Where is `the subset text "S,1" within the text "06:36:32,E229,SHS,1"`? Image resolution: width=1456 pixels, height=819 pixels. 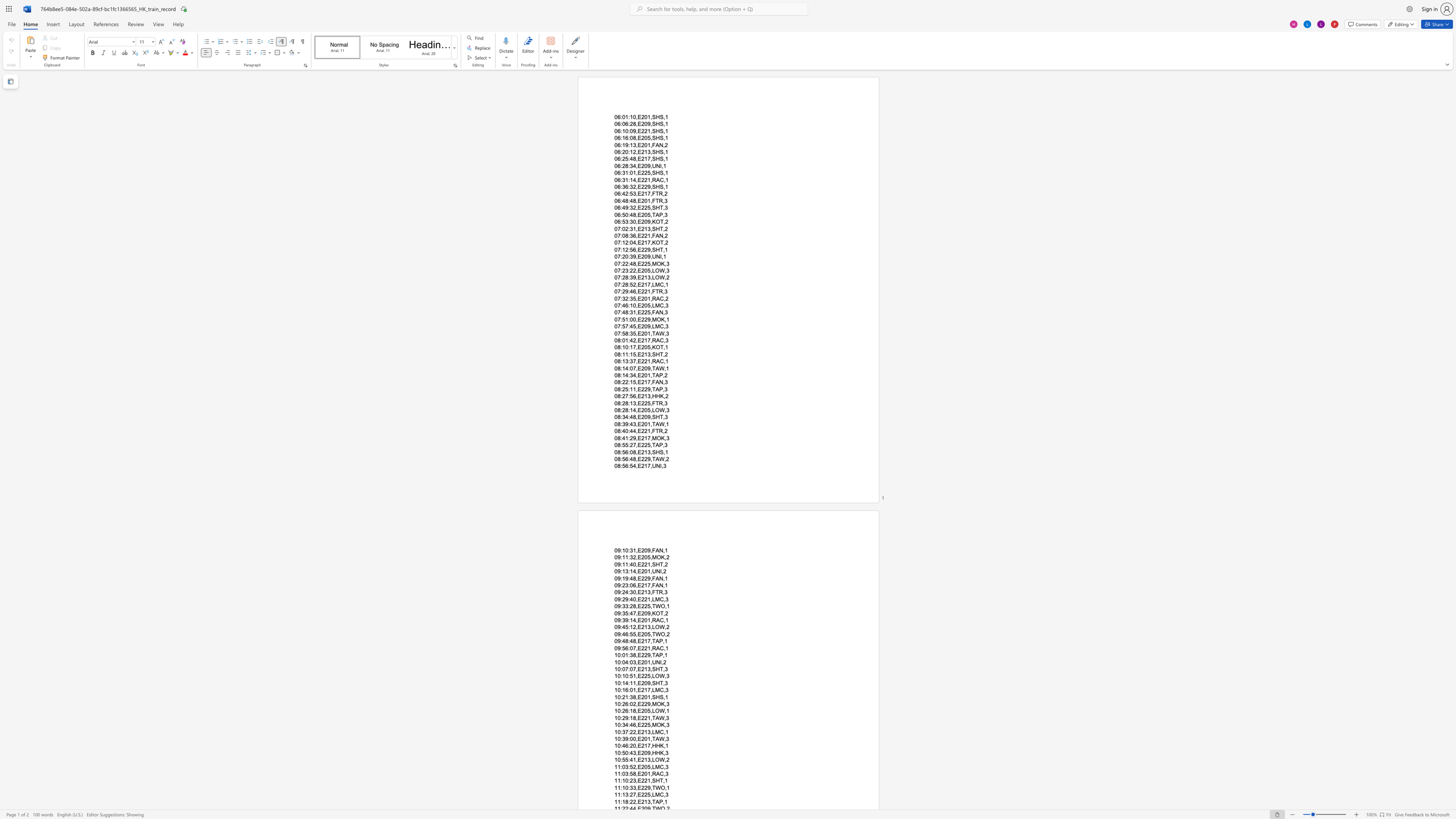 the subset text "S,1" within the text "06:36:32,E229,SHS,1" is located at coordinates (660, 186).